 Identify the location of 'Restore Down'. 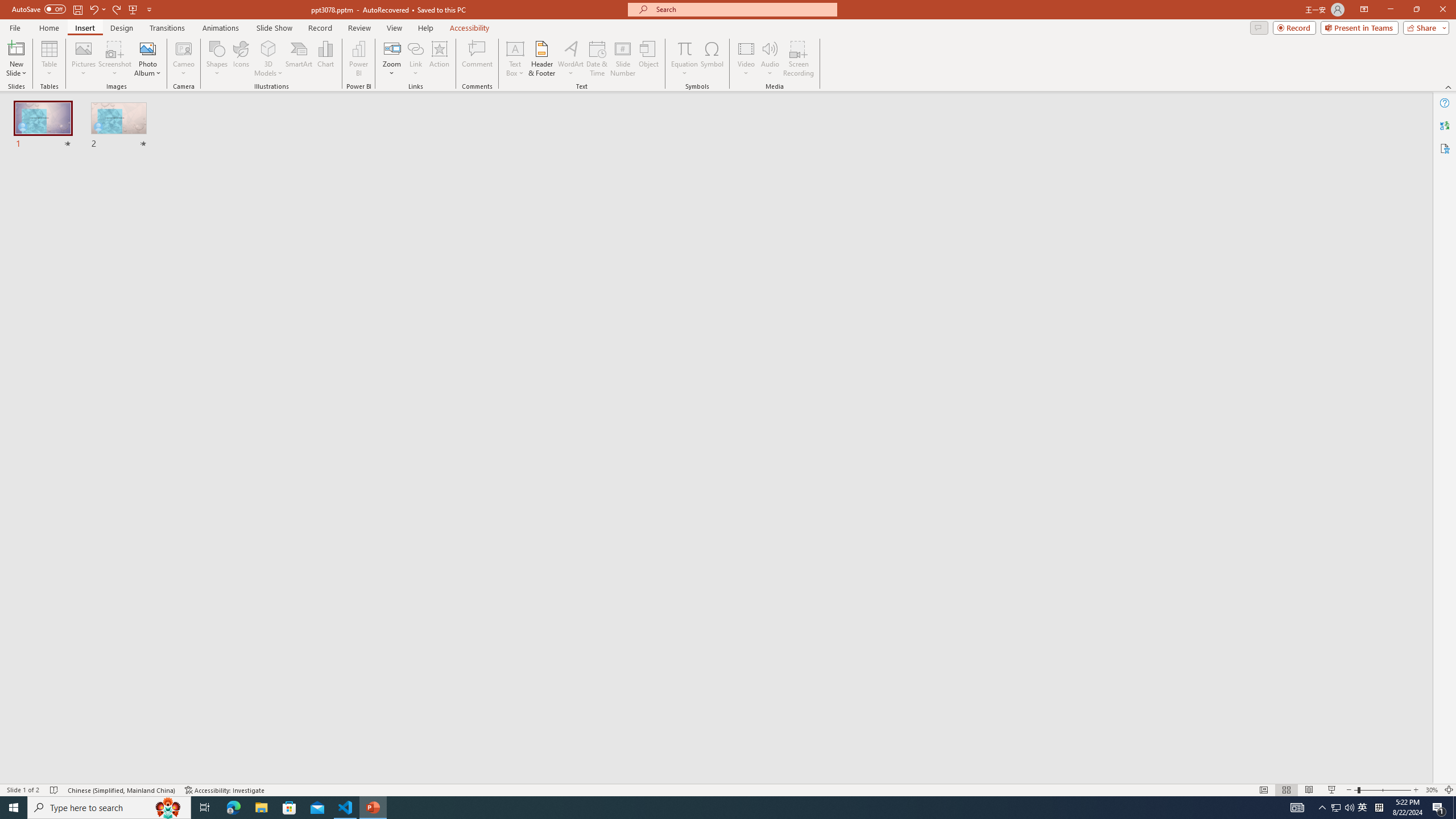
(1416, 9).